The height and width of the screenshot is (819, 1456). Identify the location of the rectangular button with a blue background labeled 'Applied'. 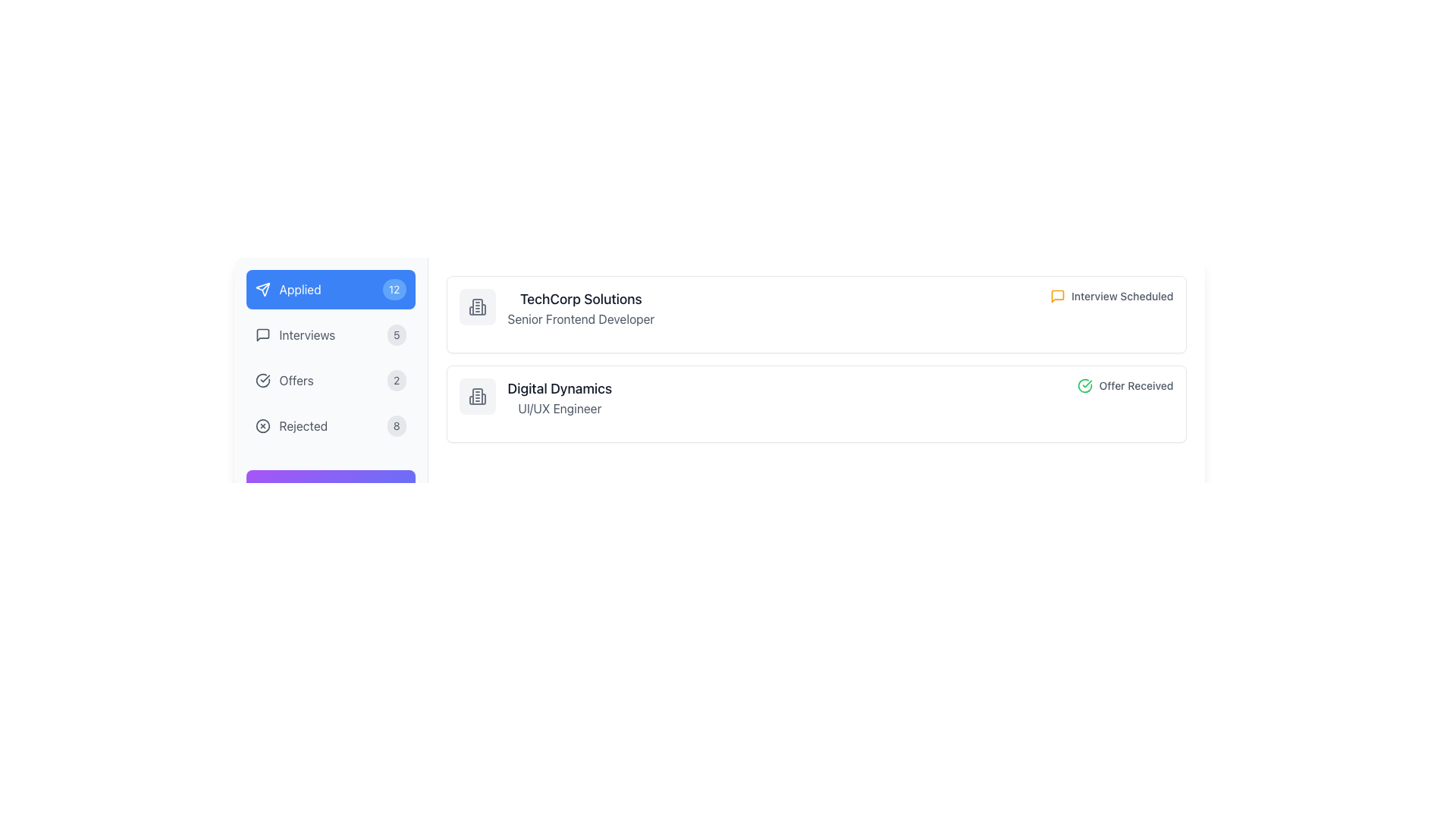
(330, 289).